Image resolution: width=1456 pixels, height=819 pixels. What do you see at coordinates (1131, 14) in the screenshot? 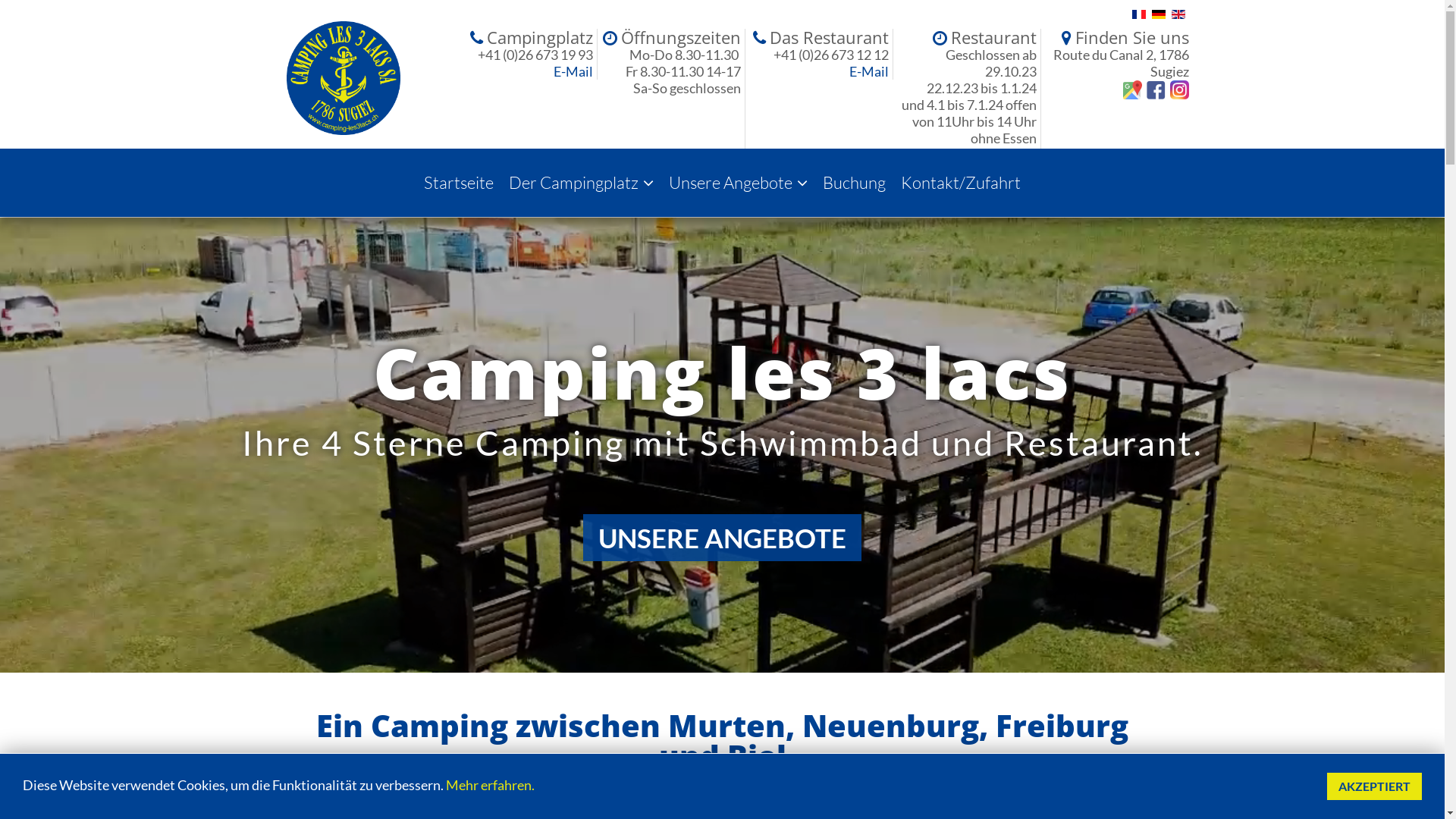
I see `'French'` at bounding box center [1131, 14].